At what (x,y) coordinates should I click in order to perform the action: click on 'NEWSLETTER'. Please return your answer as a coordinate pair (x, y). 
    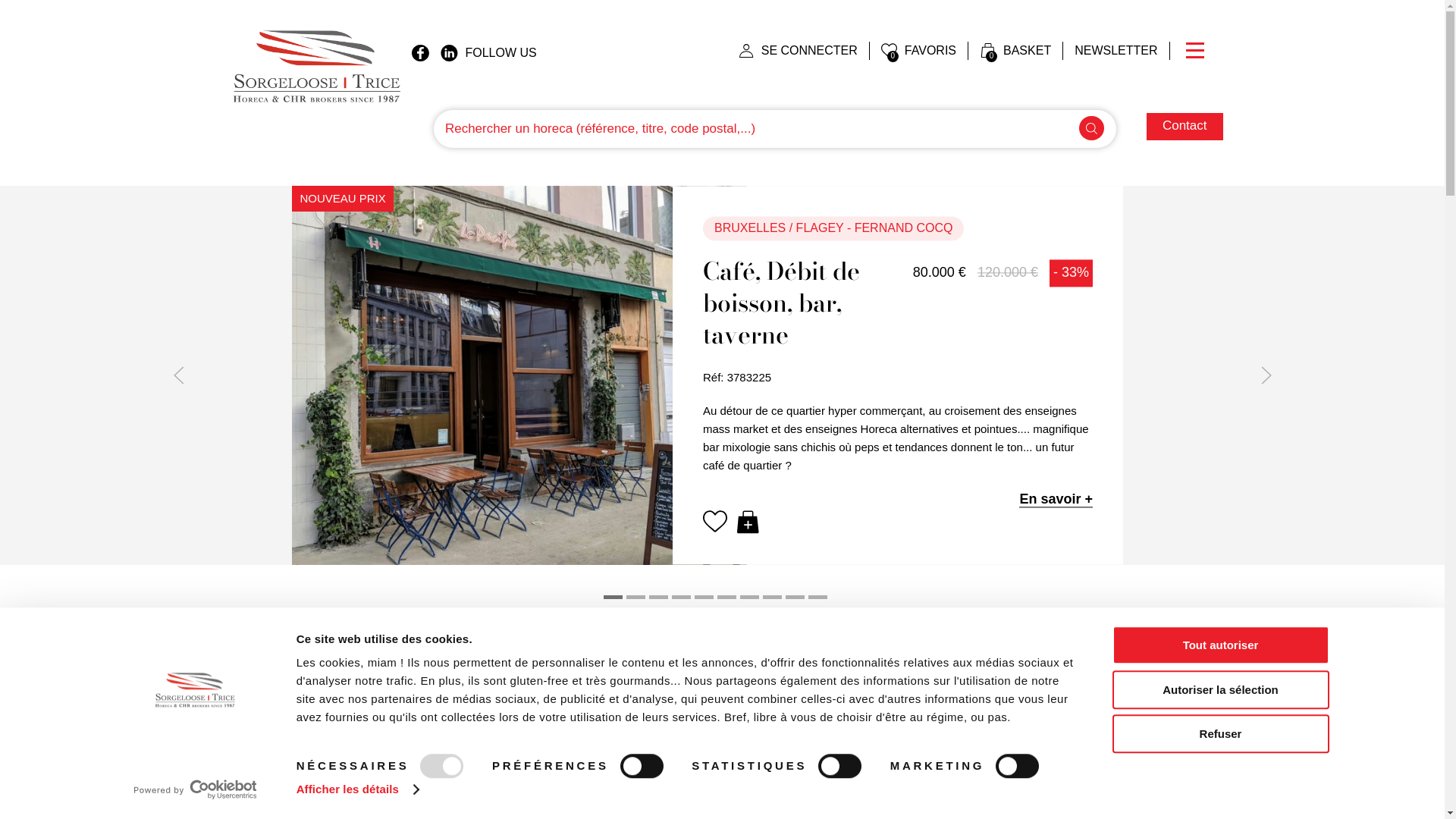
    Looking at the image, I should click on (1116, 49).